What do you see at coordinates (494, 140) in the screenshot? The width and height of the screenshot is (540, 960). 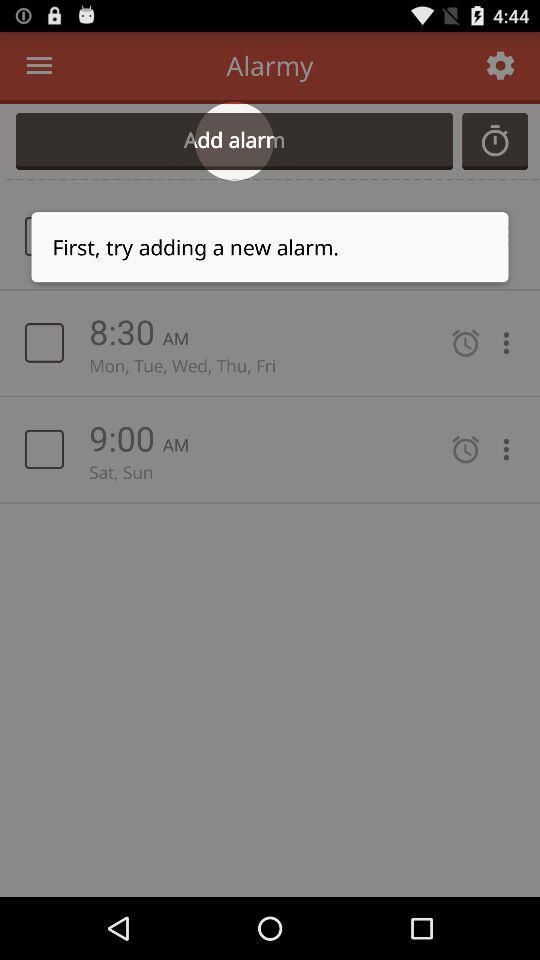 I see `item to the right of the add alarm` at bounding box center [494, 140].